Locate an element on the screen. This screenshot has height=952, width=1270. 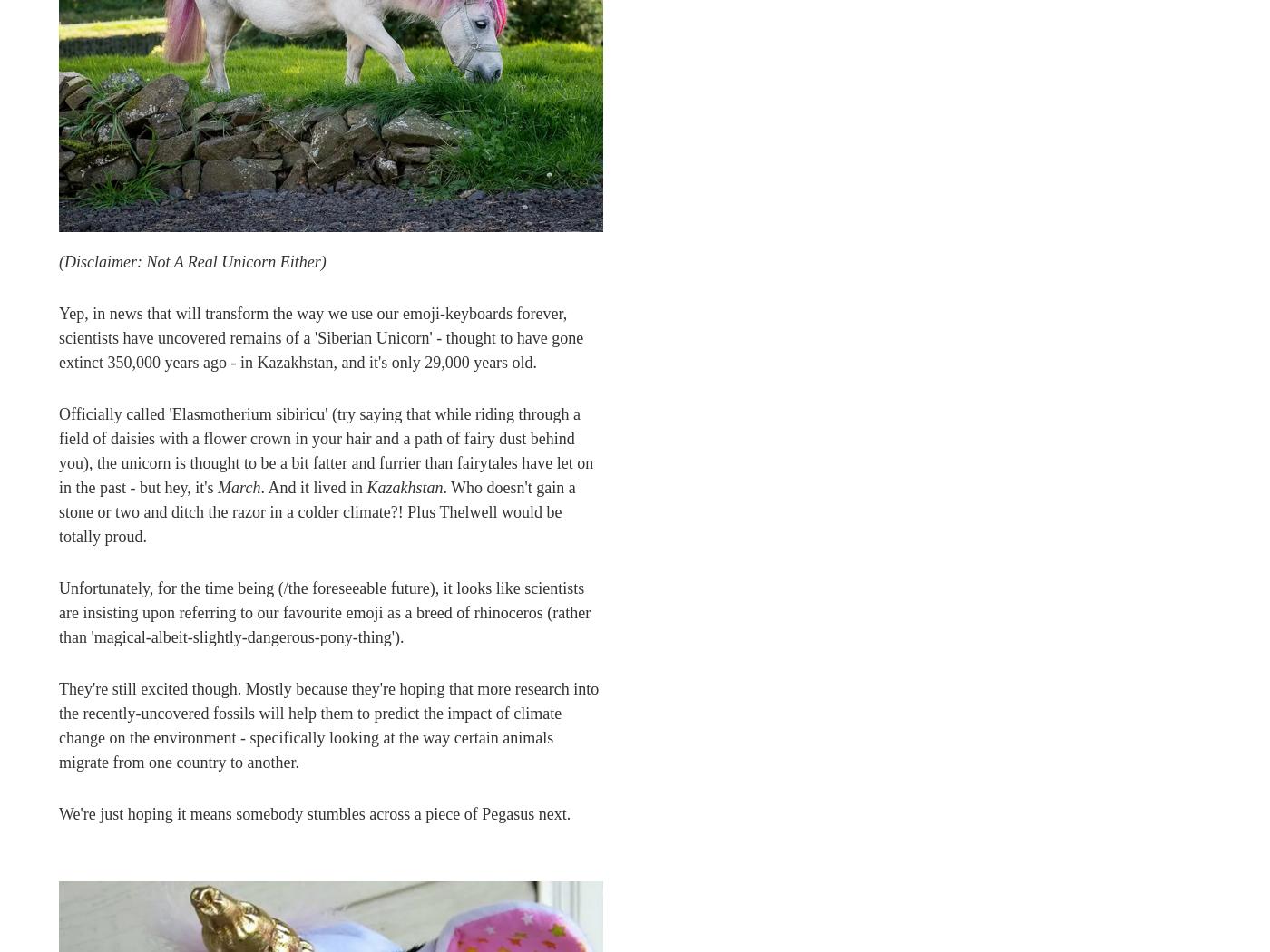
'(Disclaimer: Not A Real Unicorn Either)' is located at coordinates (191, 260).